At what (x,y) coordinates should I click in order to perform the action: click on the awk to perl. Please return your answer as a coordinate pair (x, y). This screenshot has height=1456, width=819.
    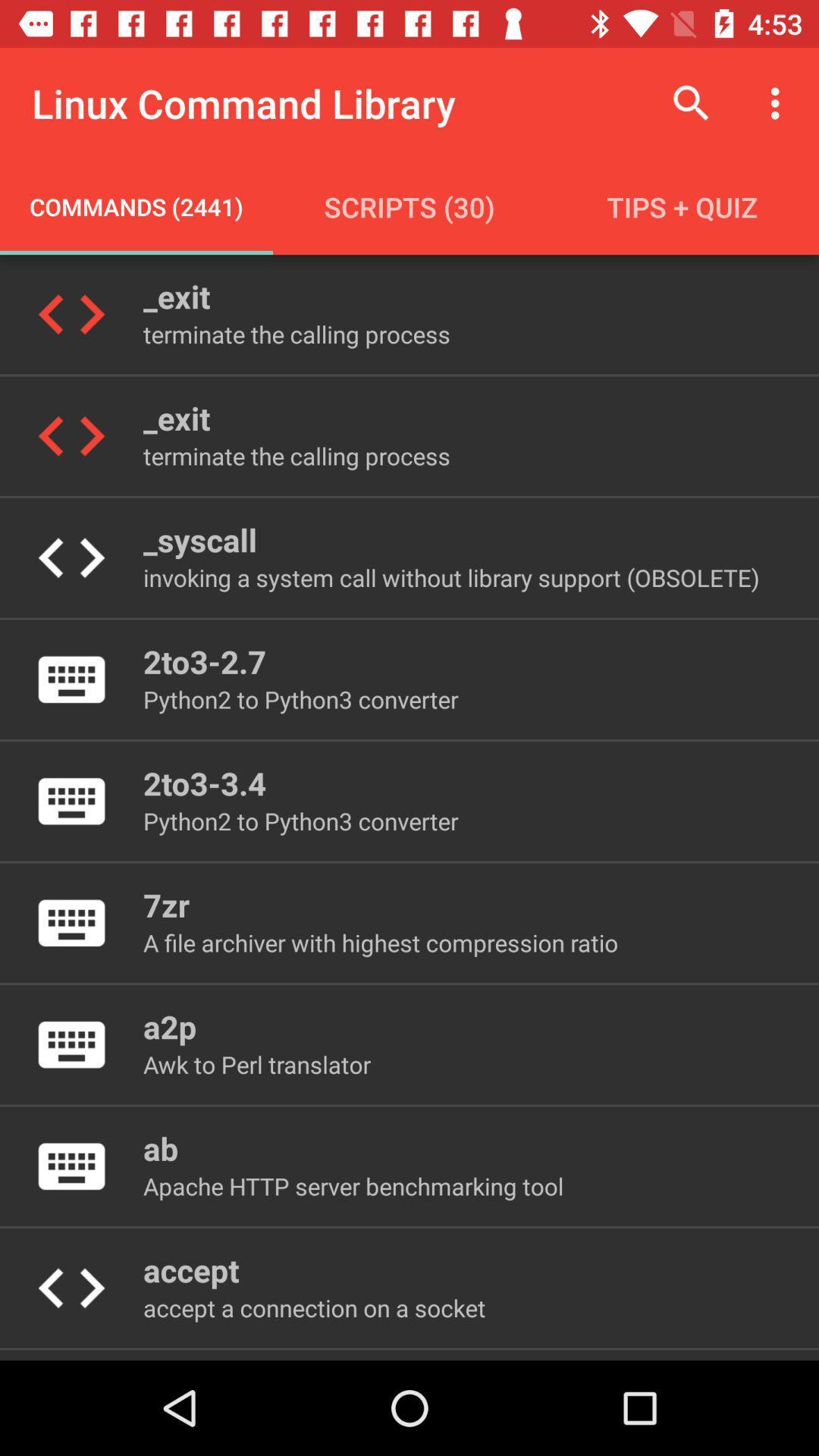
    Looking at the image, I should click on (256, 1063).